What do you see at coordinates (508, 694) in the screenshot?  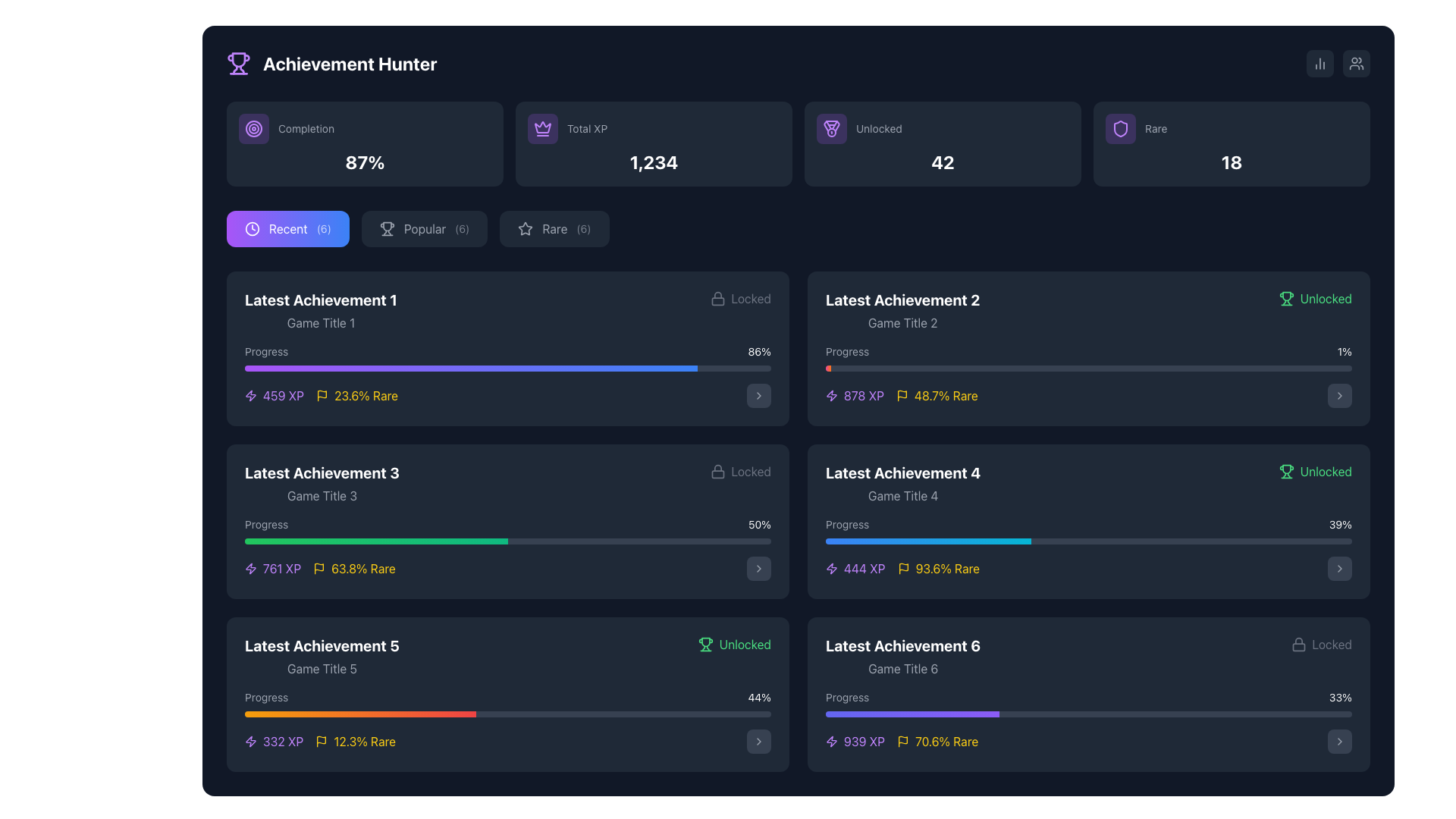 I see `the Information Card summarizing a specific achievement in the gaming interface to focus on it` at bounding box center [508, 694].